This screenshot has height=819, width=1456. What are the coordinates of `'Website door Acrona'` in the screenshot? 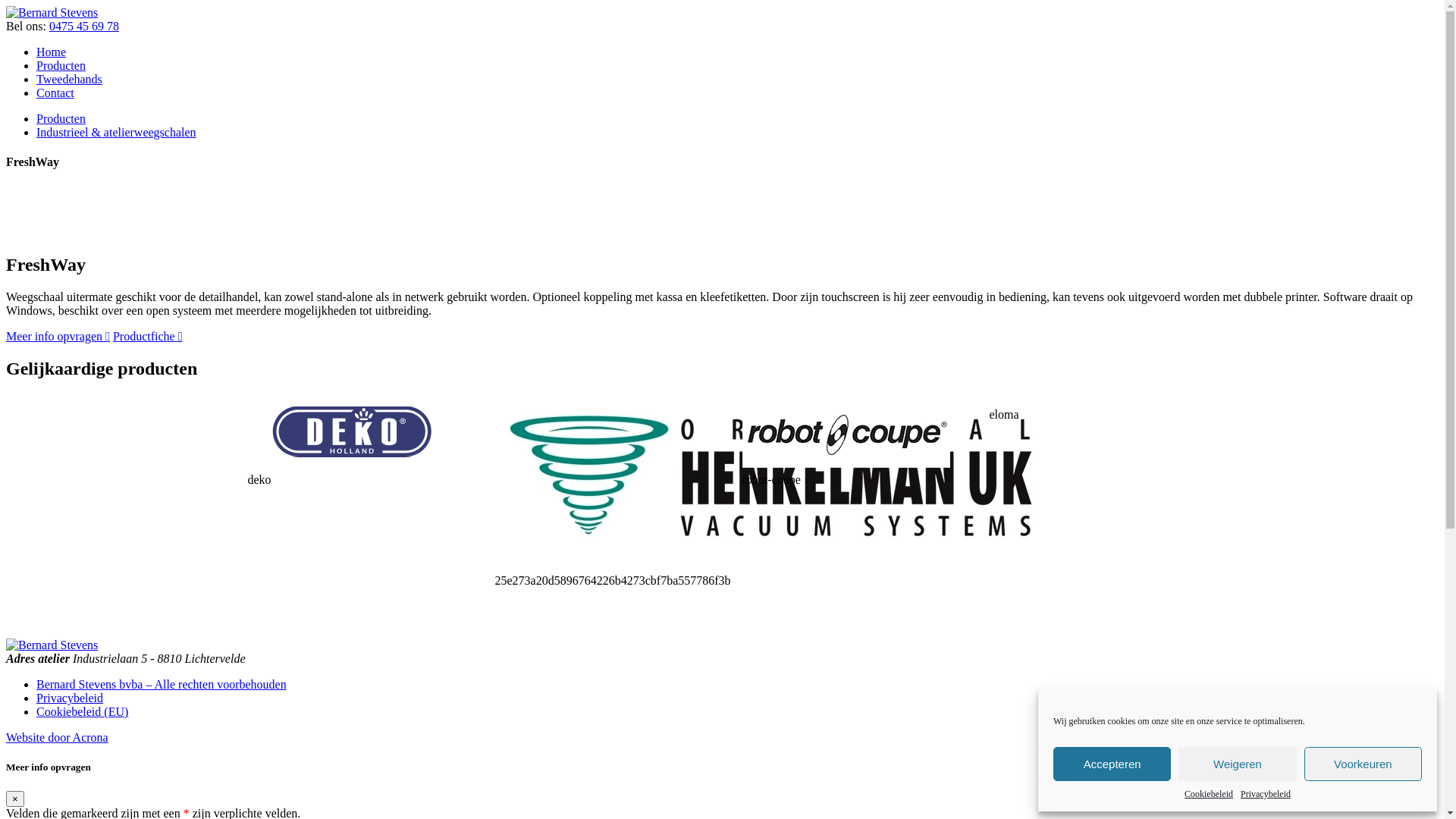 It's located at (57, 736).